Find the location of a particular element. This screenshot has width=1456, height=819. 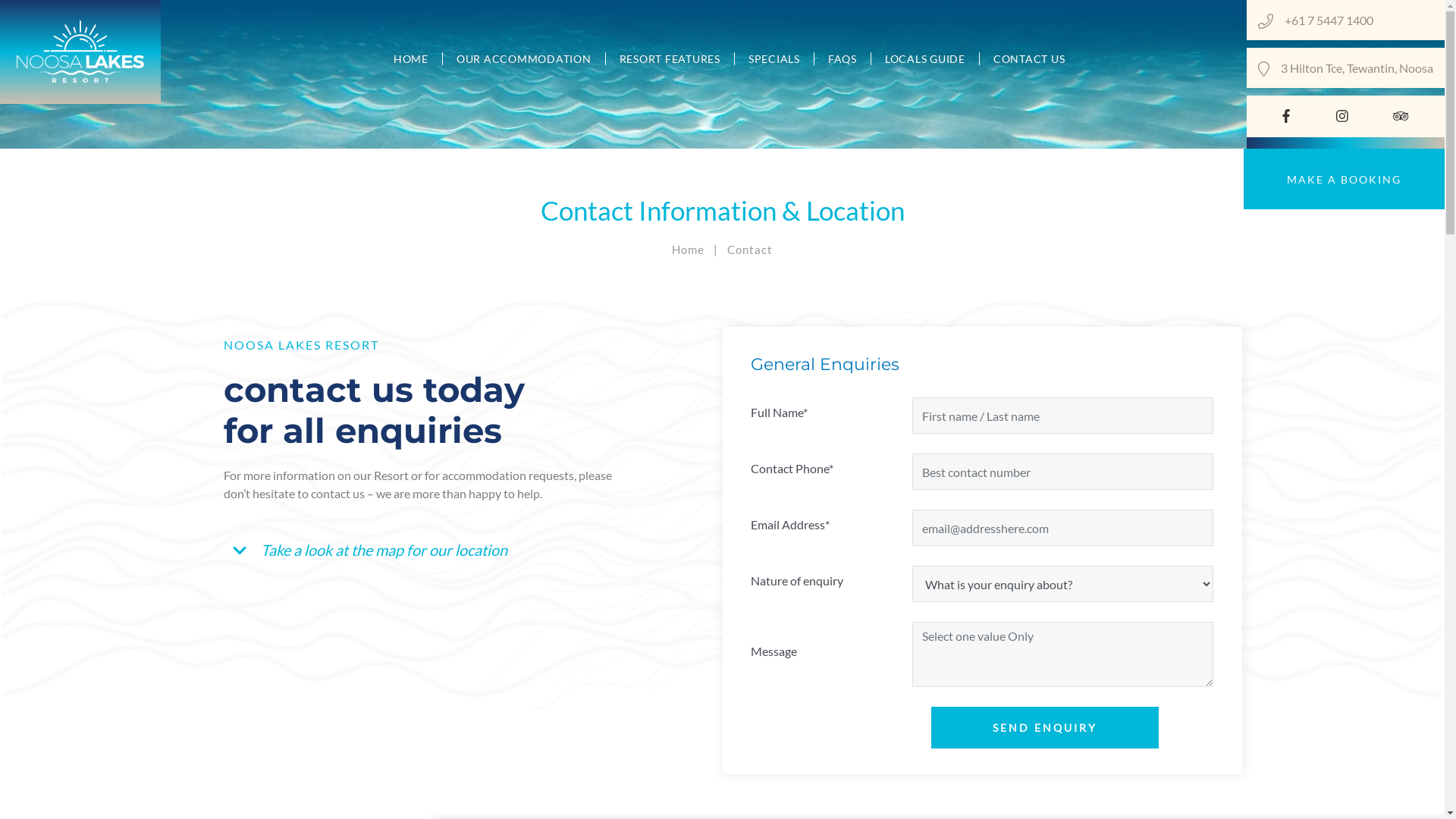

'Home' is located at coordinates (687, 248).